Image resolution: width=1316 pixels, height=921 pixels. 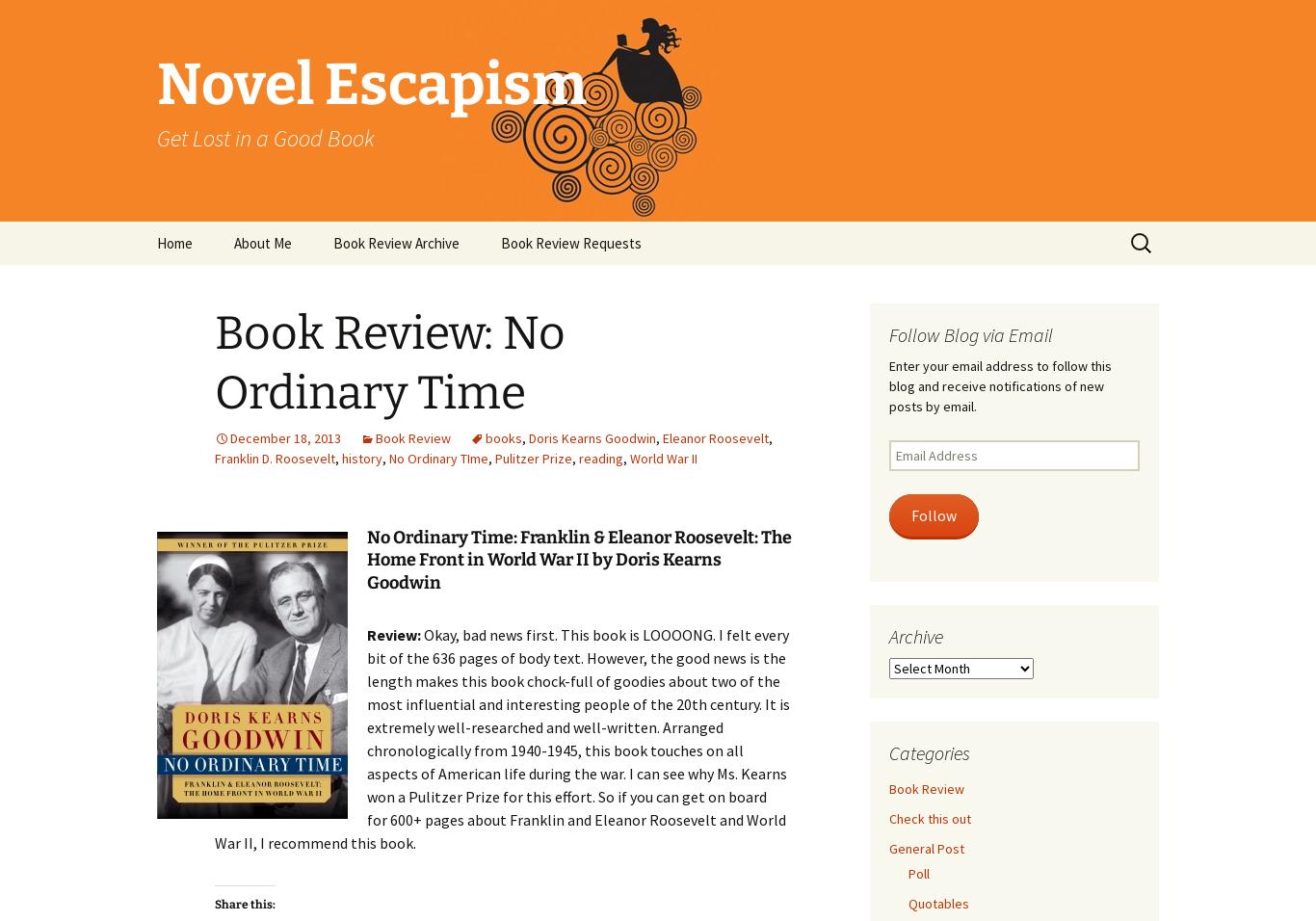 I want to click on 'December 18, 2013', so click(x=285, y=437).